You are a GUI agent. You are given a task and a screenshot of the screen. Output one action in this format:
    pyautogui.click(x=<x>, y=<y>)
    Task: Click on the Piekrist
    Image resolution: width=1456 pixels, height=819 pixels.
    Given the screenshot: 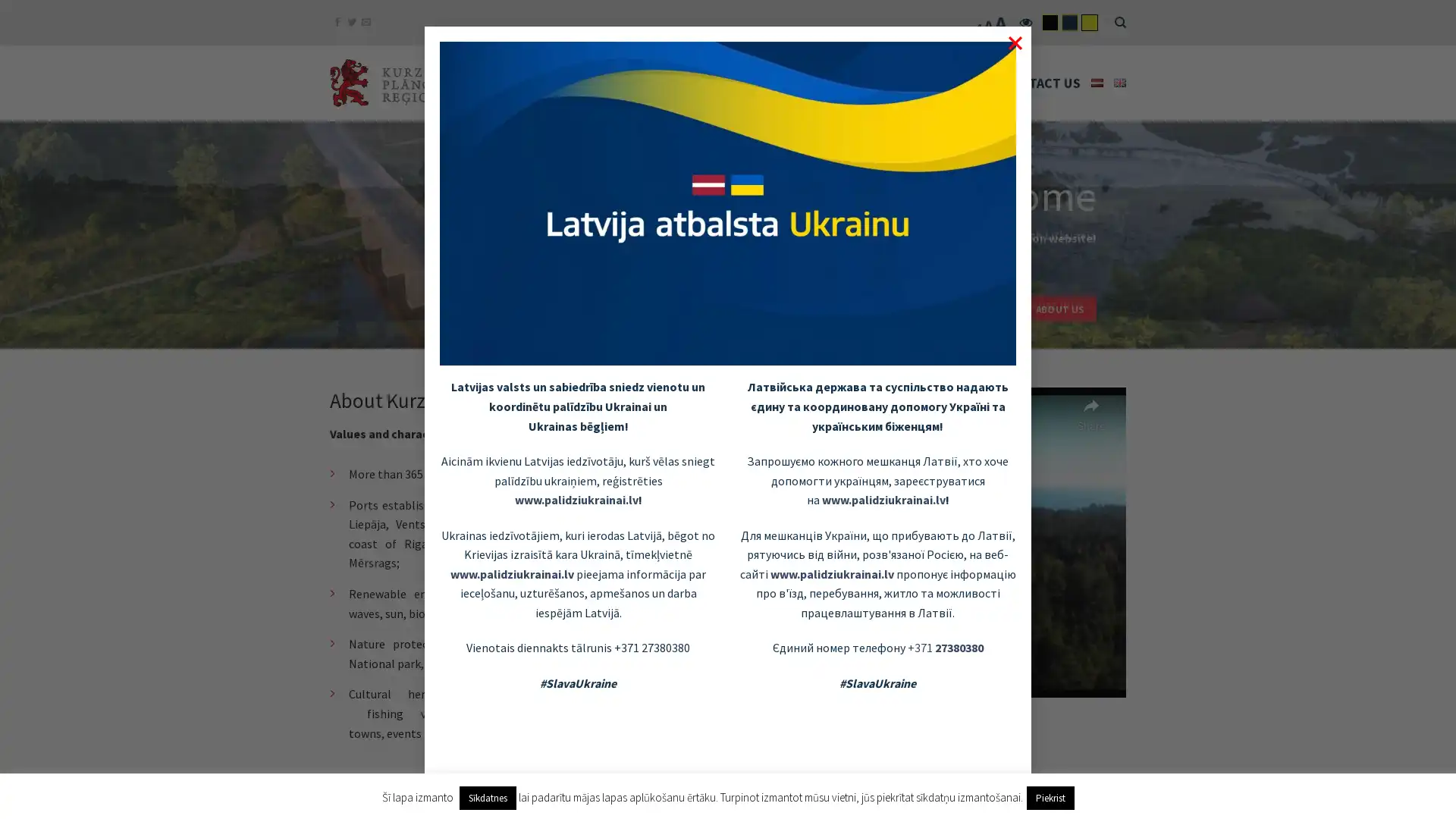 What is the action you would take?
    pyautogui.click(x=1049, y=797)
    